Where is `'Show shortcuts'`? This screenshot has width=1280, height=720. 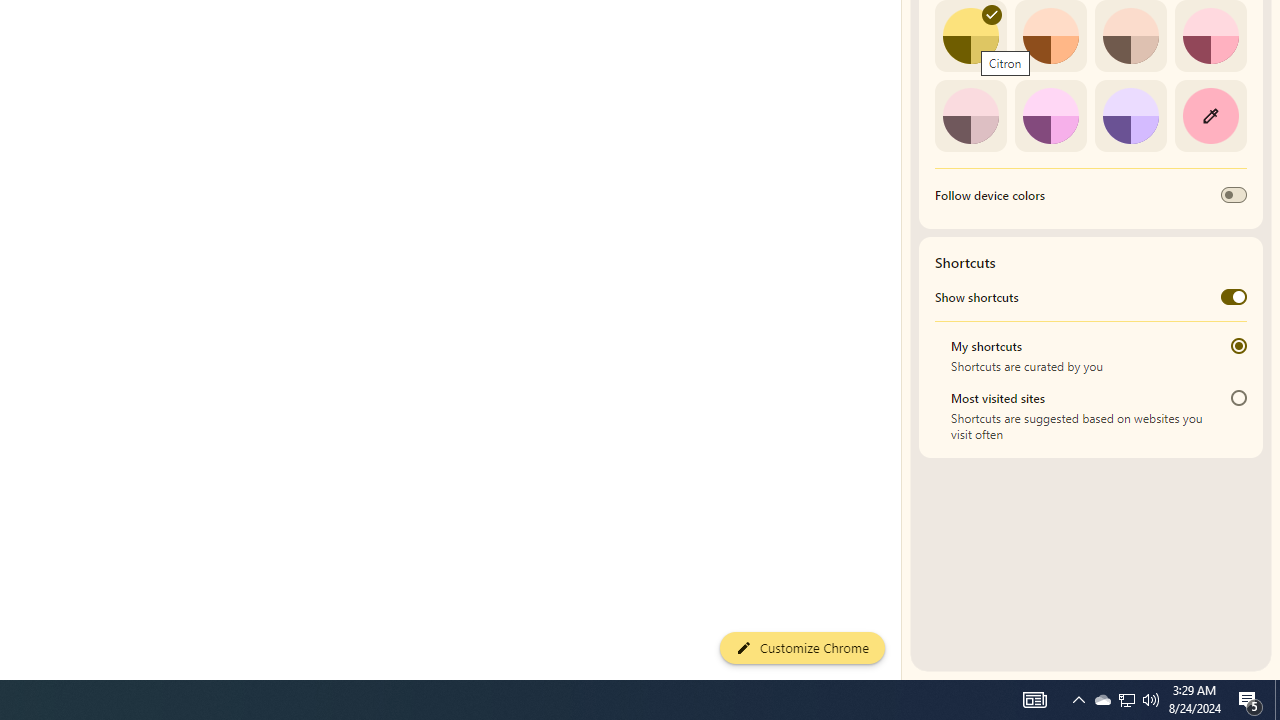 'Show shortcuts' is located at coordinates (1232, 297).